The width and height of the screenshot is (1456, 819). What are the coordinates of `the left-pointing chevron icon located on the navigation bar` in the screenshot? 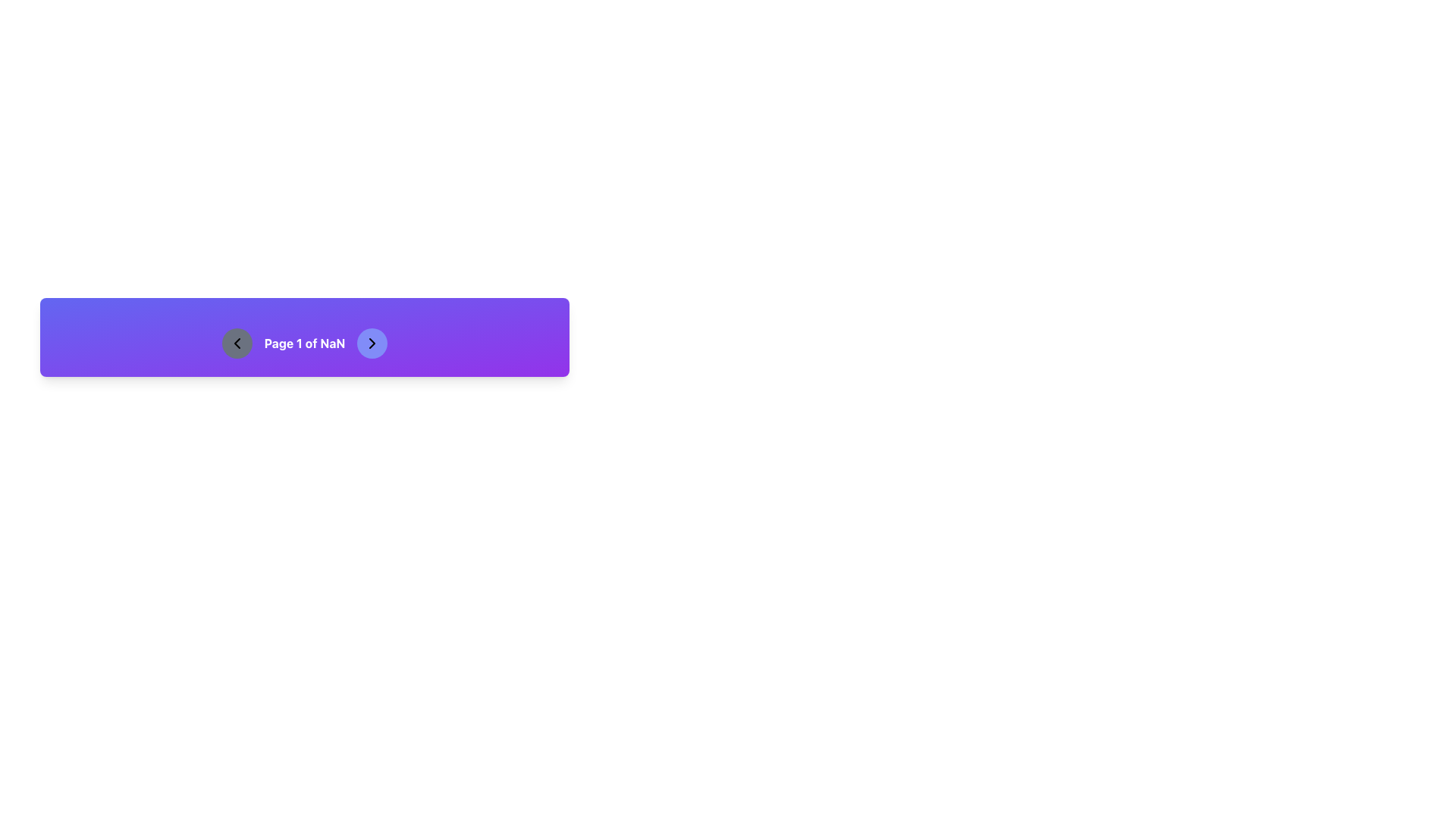 It's located at (236, 343).